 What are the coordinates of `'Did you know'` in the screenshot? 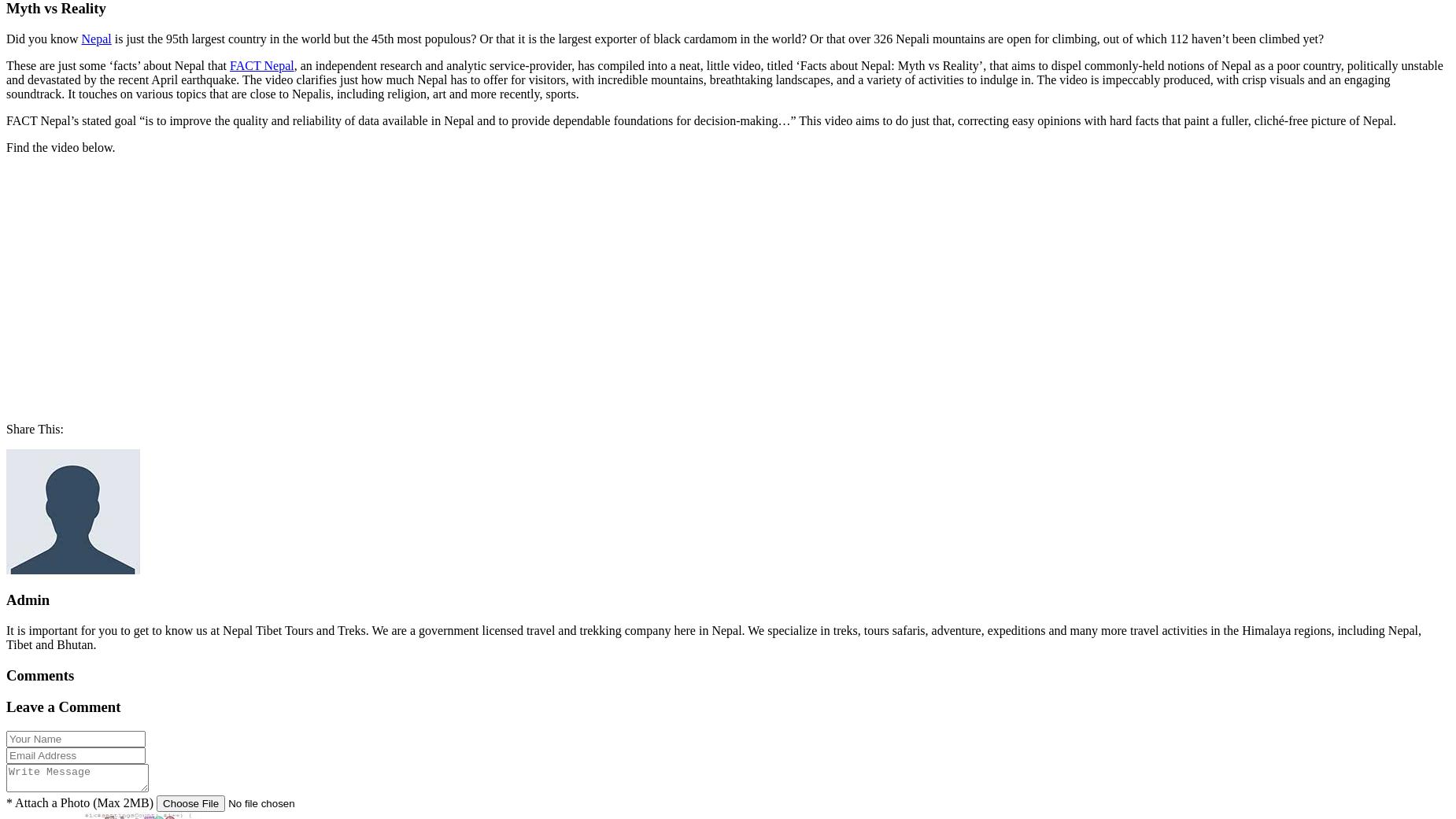 It's located at (42, 37).